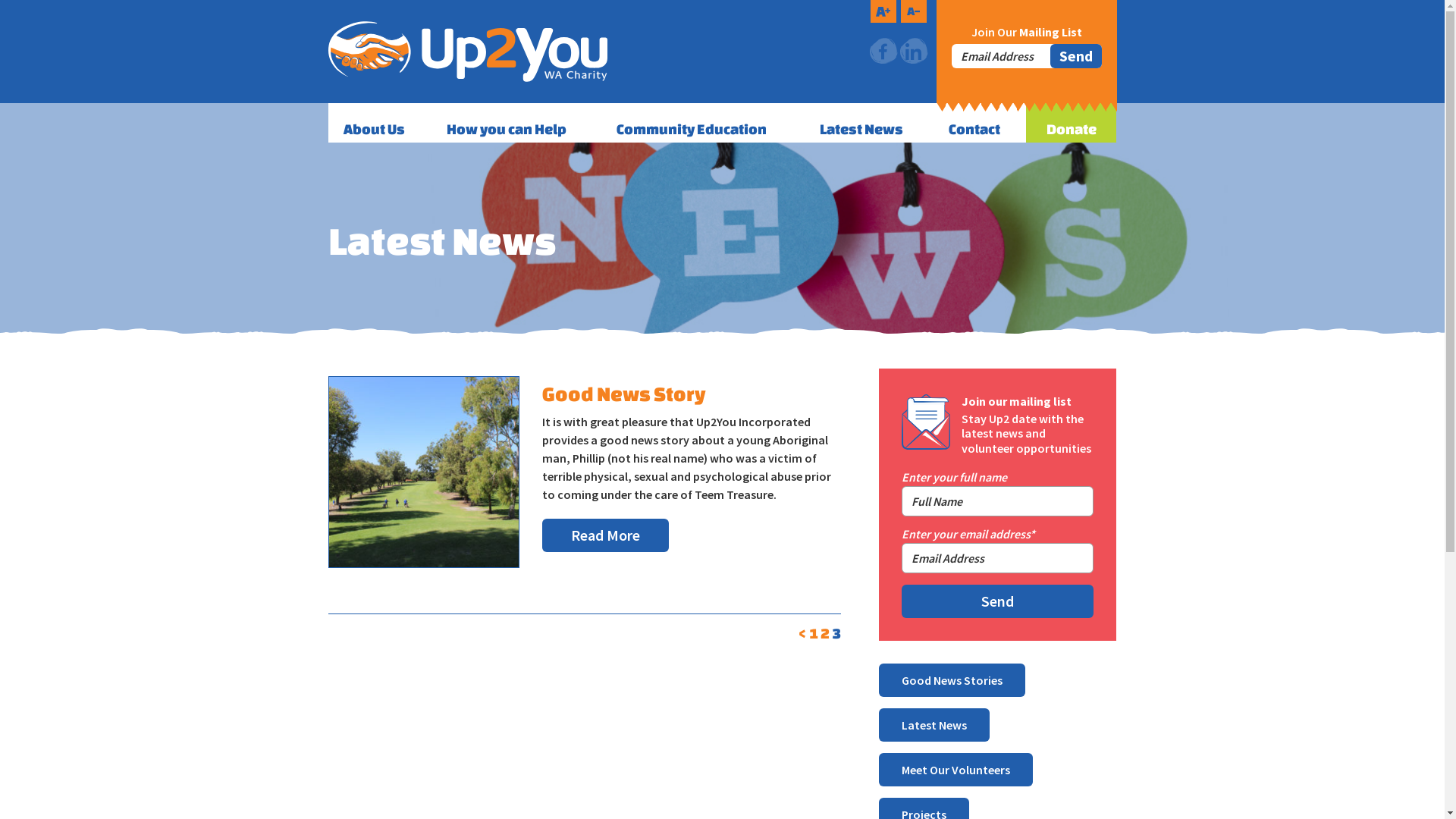 This screenshot has height=819, width=1456. Describe the element at coordinates (1074, 55) in the screenshot. I see `'Send'` at that location.